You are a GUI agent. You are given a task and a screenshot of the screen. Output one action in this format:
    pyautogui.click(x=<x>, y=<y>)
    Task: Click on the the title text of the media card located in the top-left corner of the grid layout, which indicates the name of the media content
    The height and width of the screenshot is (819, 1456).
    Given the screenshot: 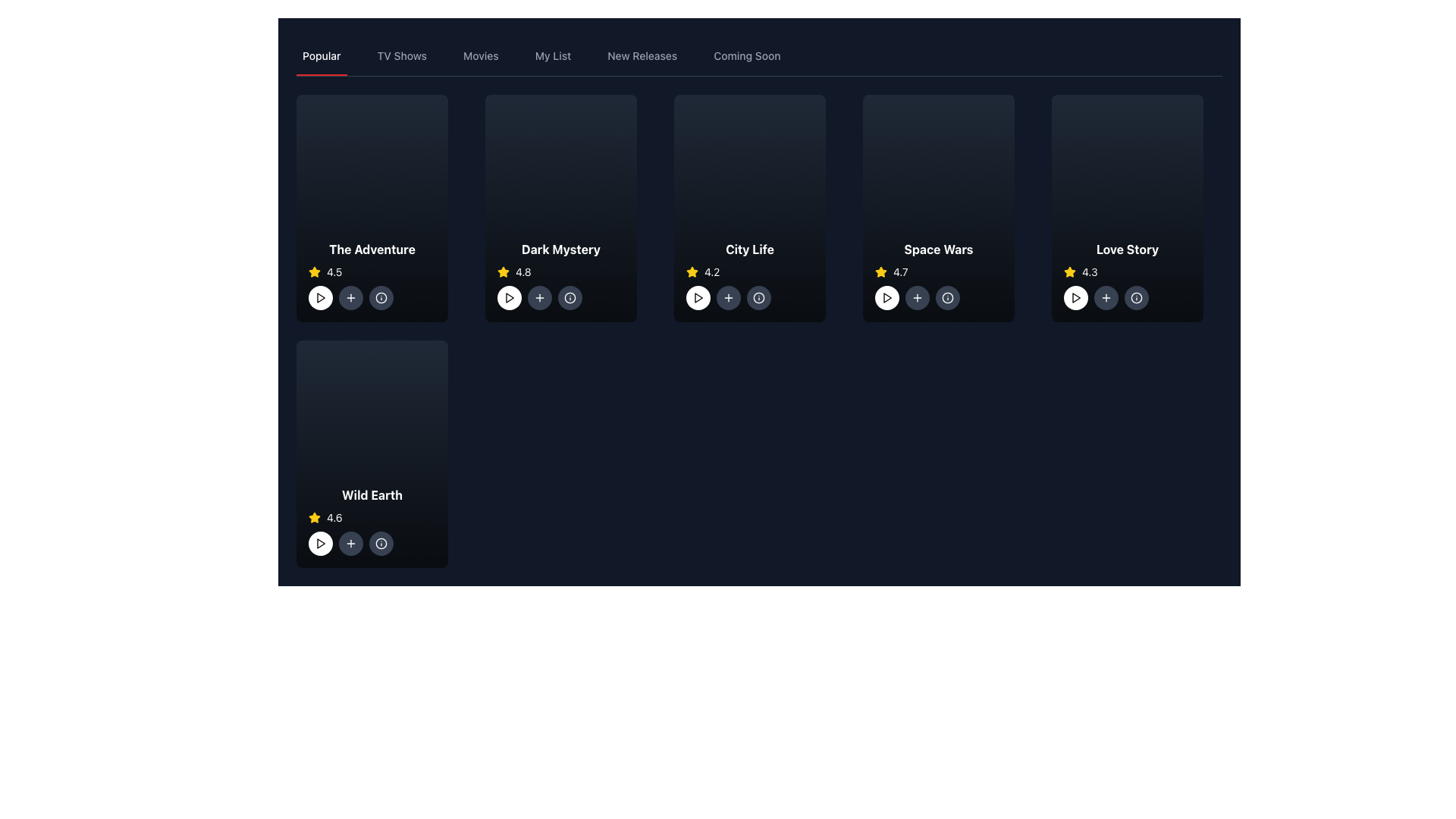 What is the action you would take?
    pyautogui.click(x=372, y=248)
    